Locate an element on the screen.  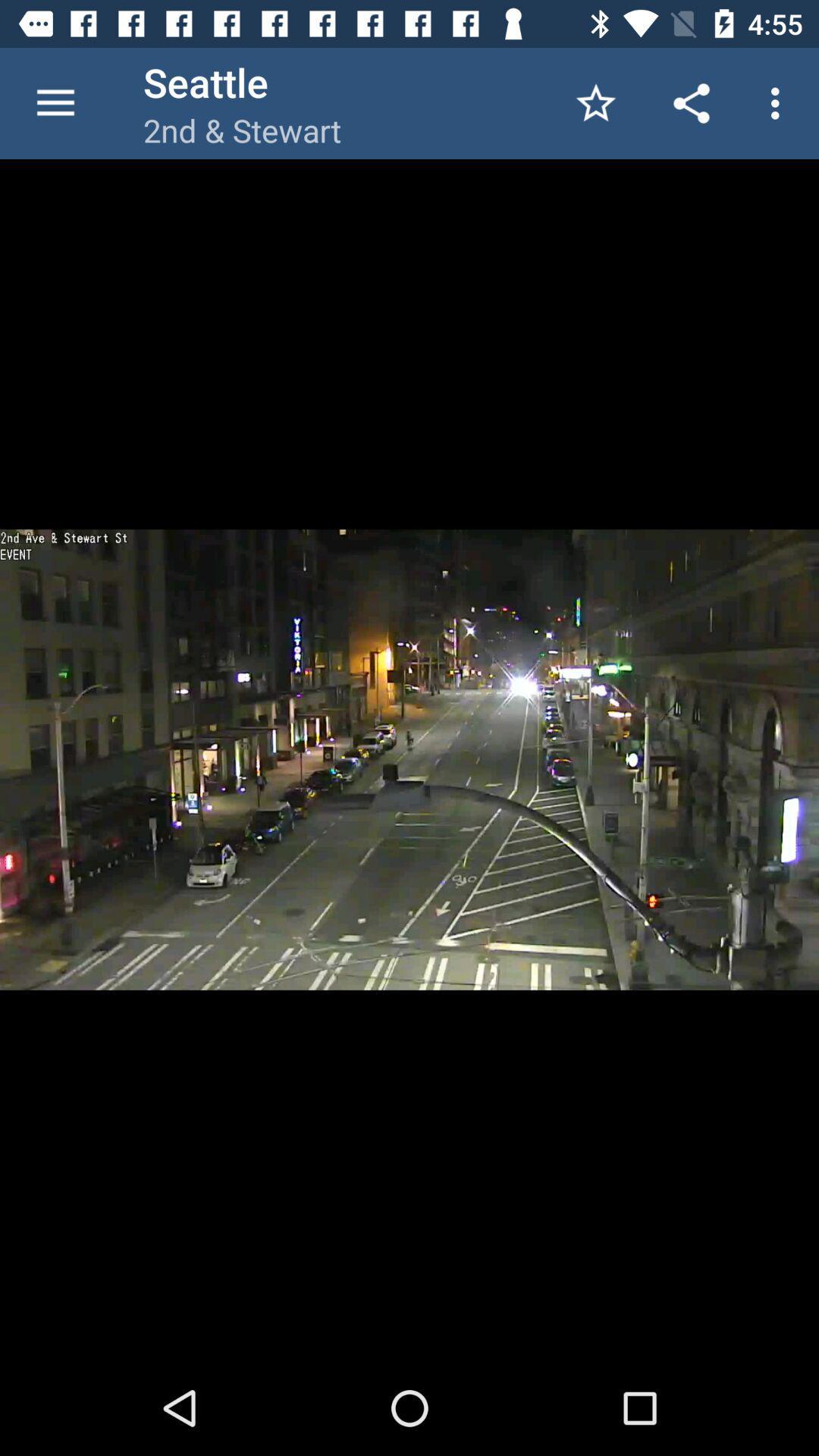
item to the left of the seattle item is located at coordinates (55, 102).